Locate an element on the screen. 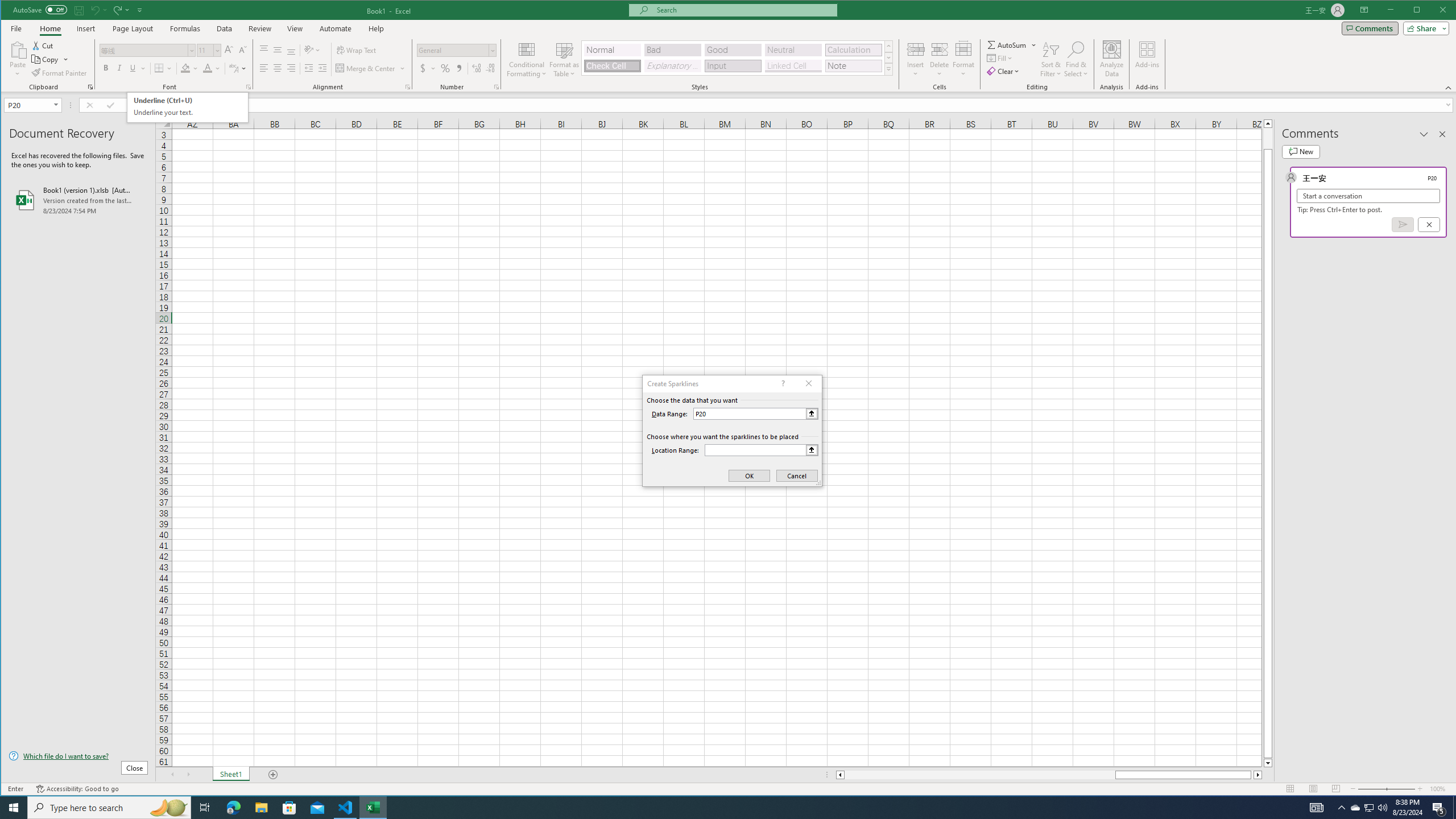  'Maximize' is located at coordinates (1433, 11).